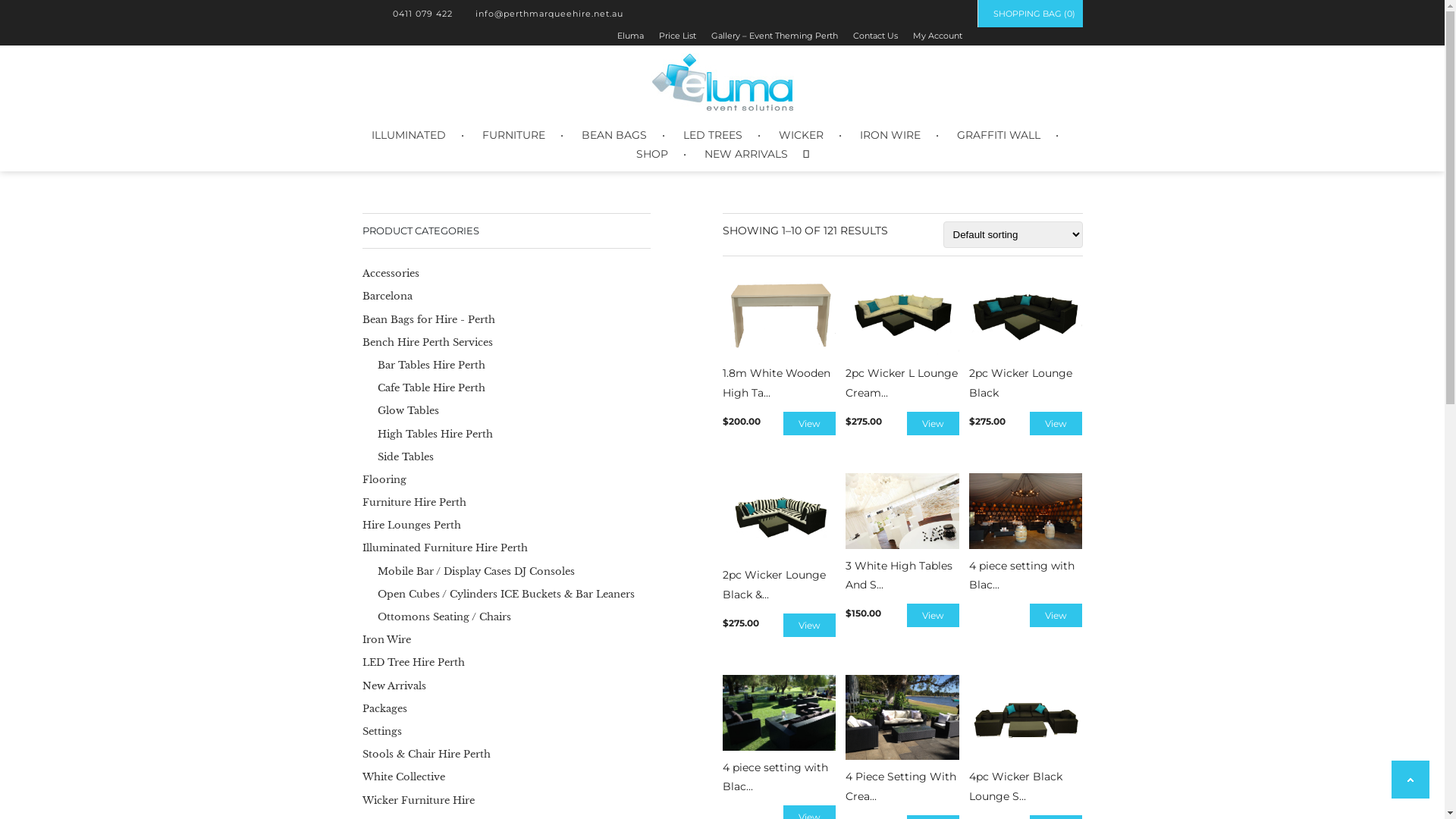 The height and width of the screenshot is (819, 1456). I want to click on 'Bench Hire Perth Services', so click(427, 342).